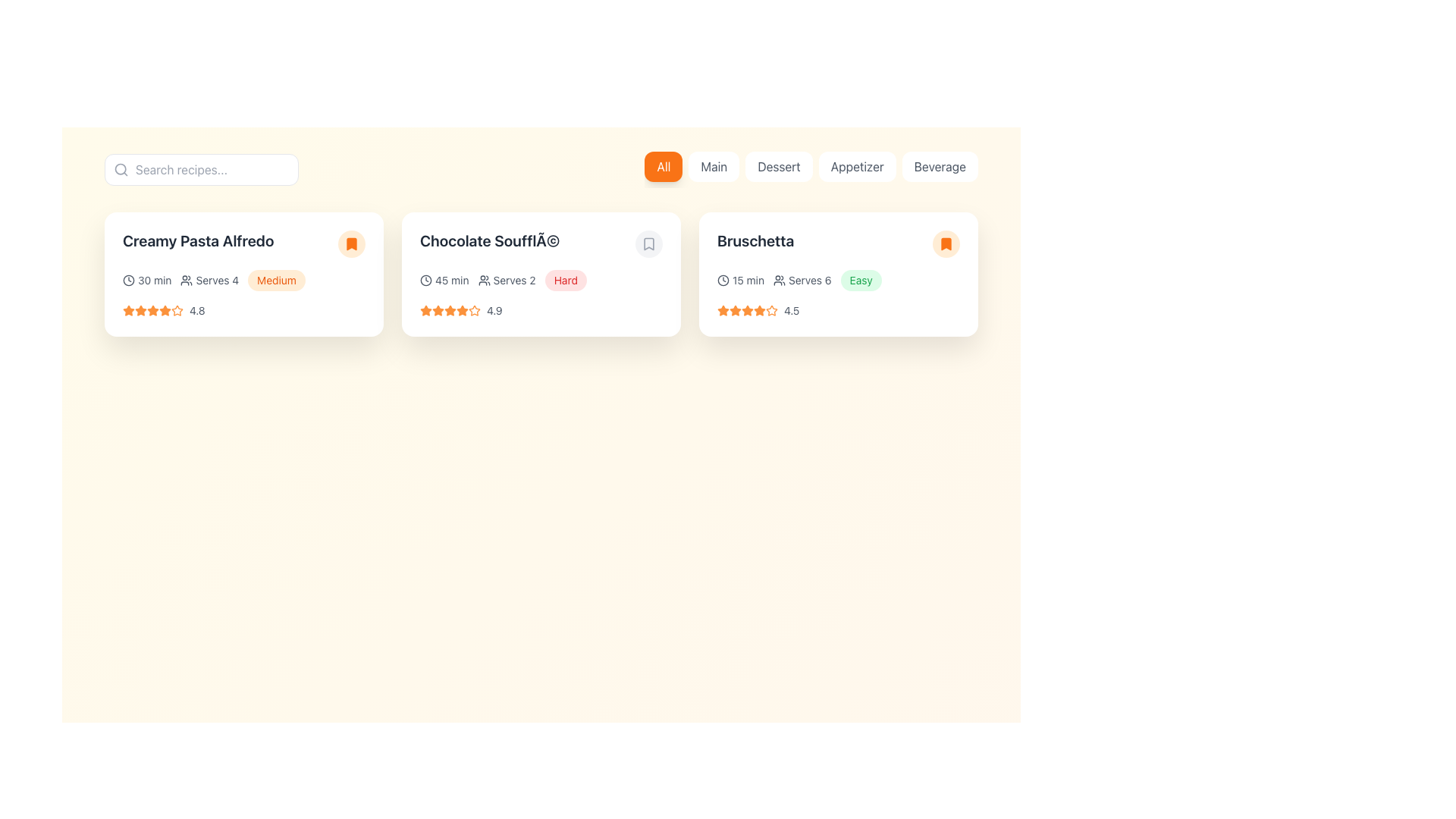  I want to click on the 'Appetizer' button, which is a rectangular button with a white background and gray text, to change its background color with an orange highlight, so click(857, 166).